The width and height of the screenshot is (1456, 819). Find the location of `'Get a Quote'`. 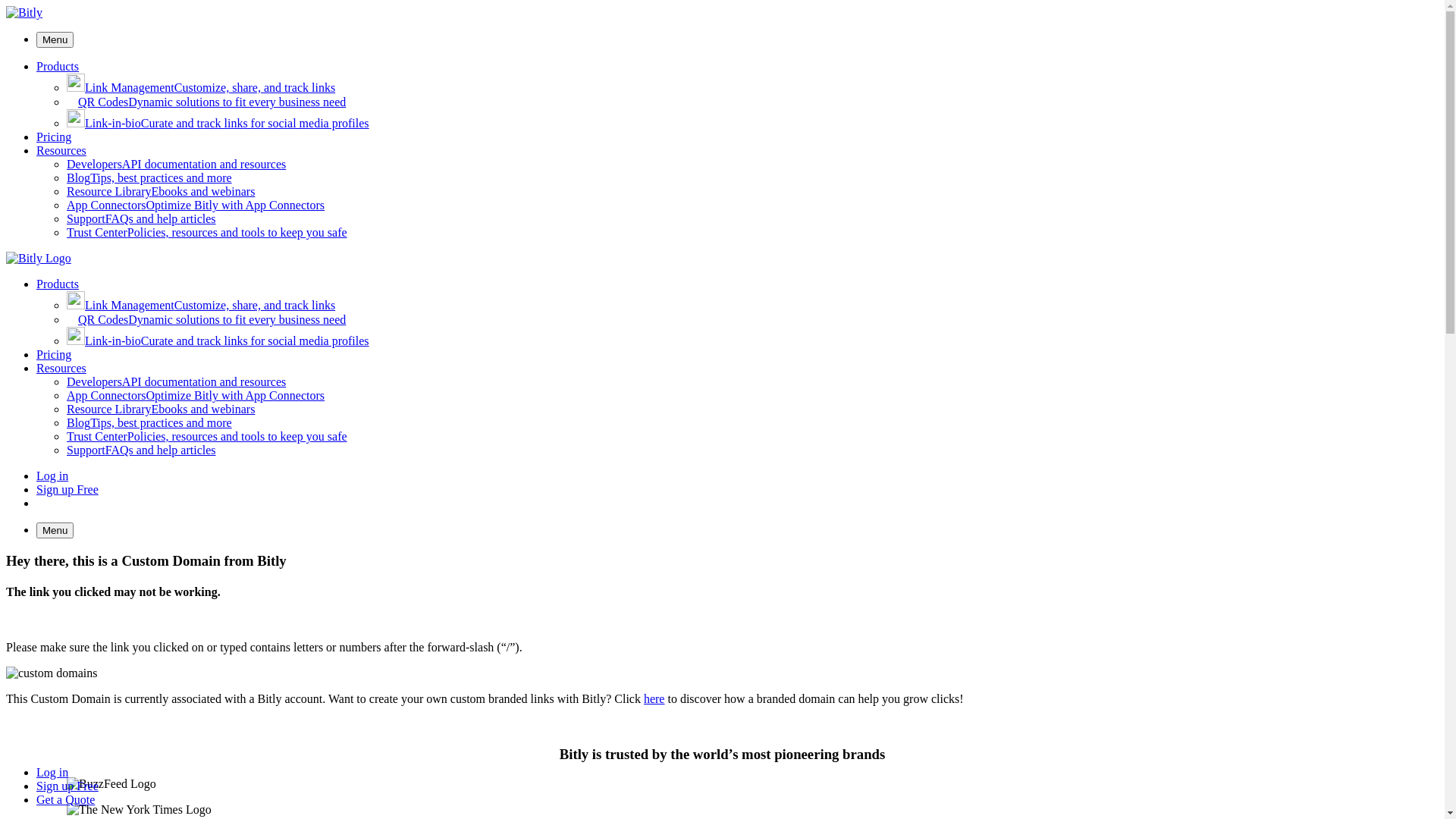

'Get a Quote' is located at coordinates (64, 799).